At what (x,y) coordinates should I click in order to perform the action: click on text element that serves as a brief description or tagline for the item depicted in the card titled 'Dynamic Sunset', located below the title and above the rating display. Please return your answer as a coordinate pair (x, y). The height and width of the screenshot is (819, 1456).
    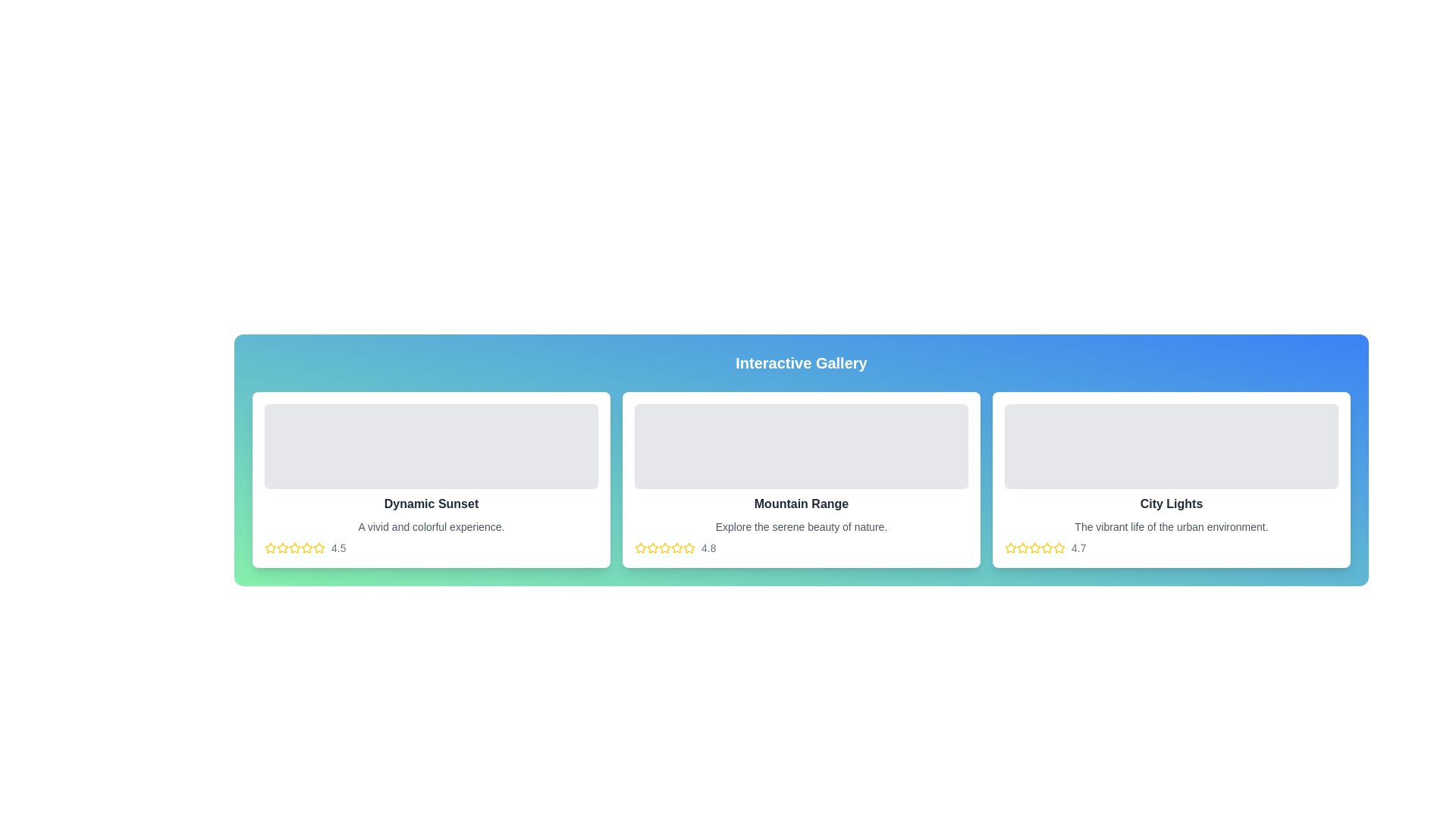
    Looking at the image, I should click on (431, 526).